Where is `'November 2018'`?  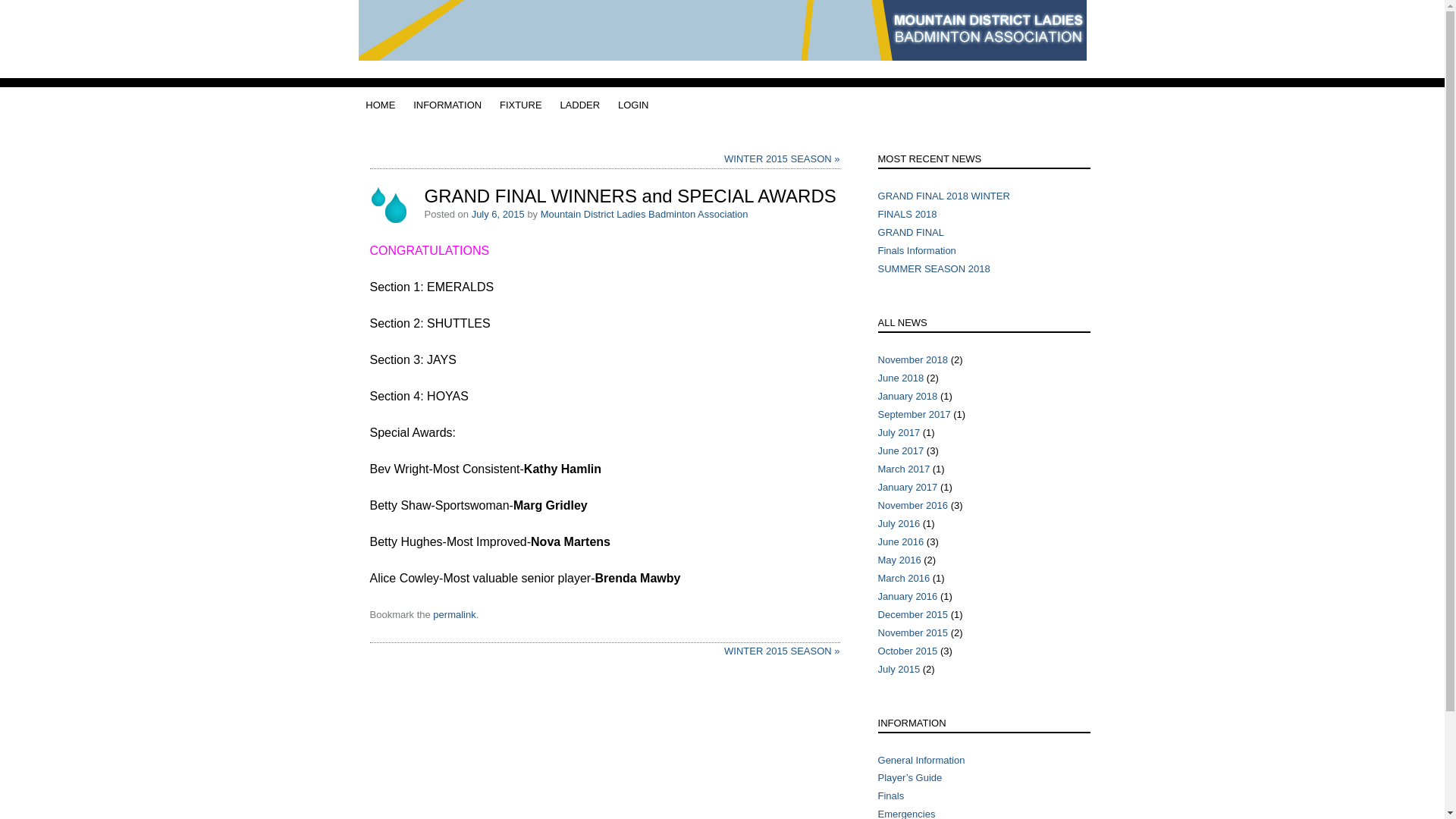
'November 2018' is located at coordinates (877, 359).